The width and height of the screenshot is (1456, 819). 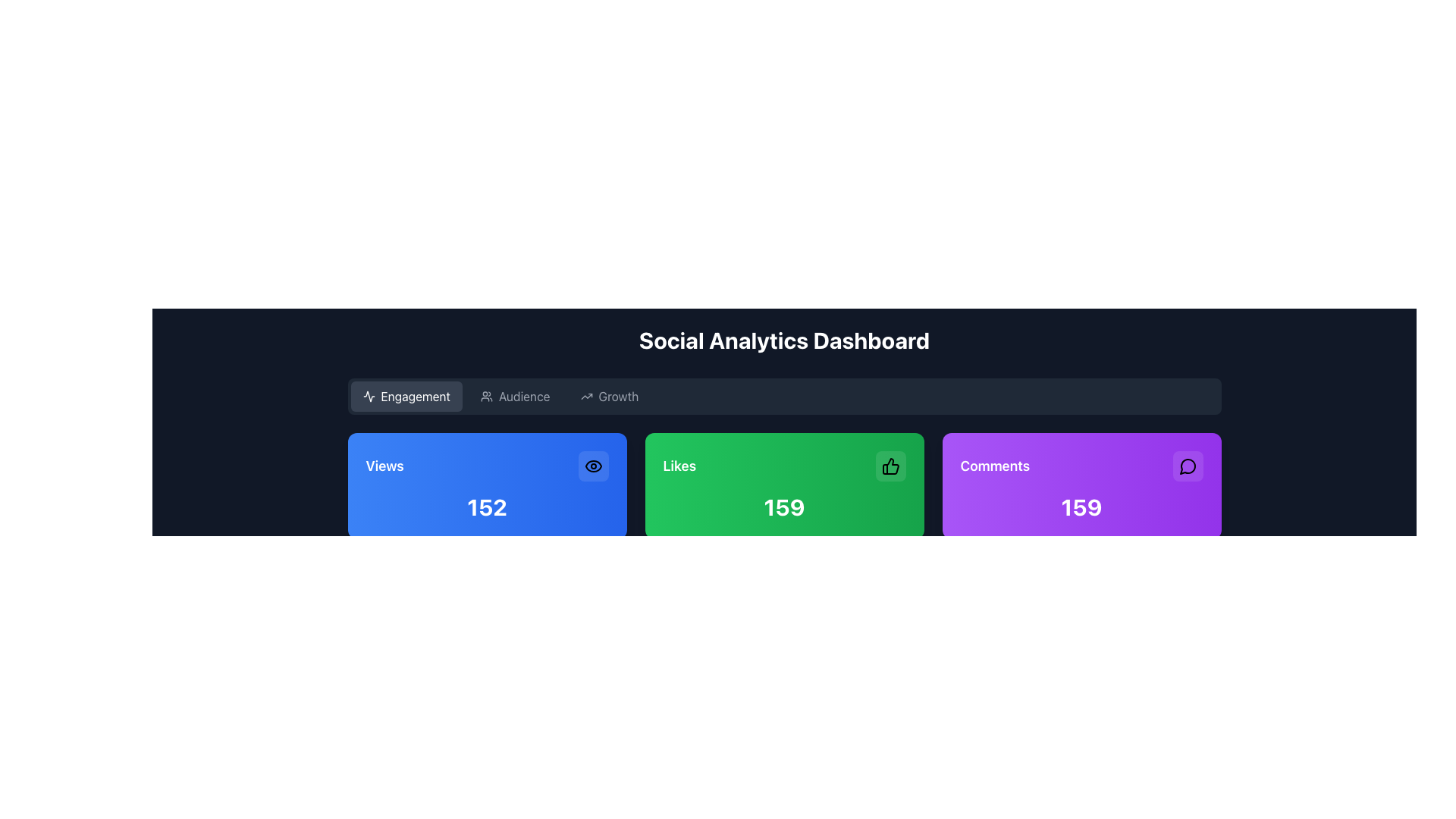 What do you see at coordinates (592, 465) in the screenshot?
I see `the eye icon in the 'Views' section of the dashboard, which has a blue background, a circular black outline, and a white center, located adjacent to the text '152'` at bounding box center [592, 465].